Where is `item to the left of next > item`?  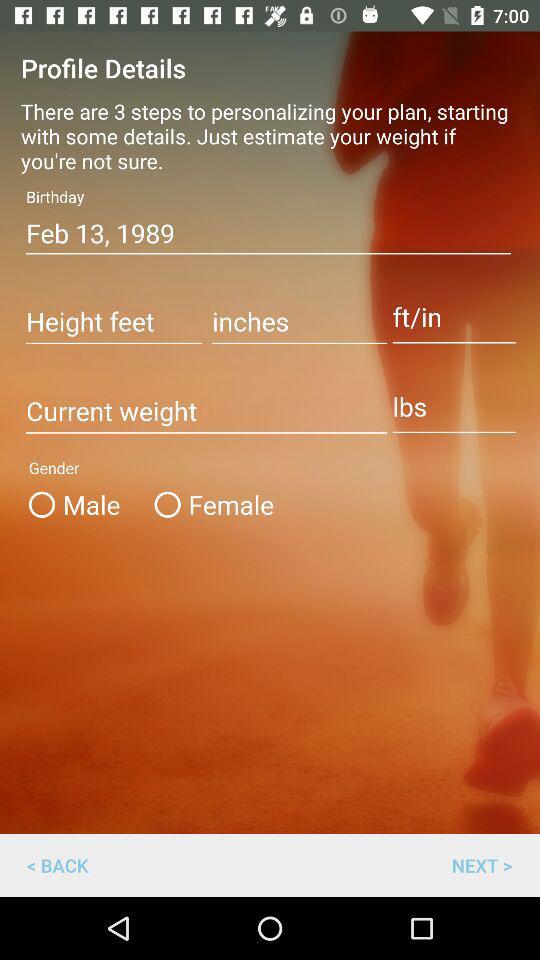
item to the left of next > item is located at coordinates (57, 864).